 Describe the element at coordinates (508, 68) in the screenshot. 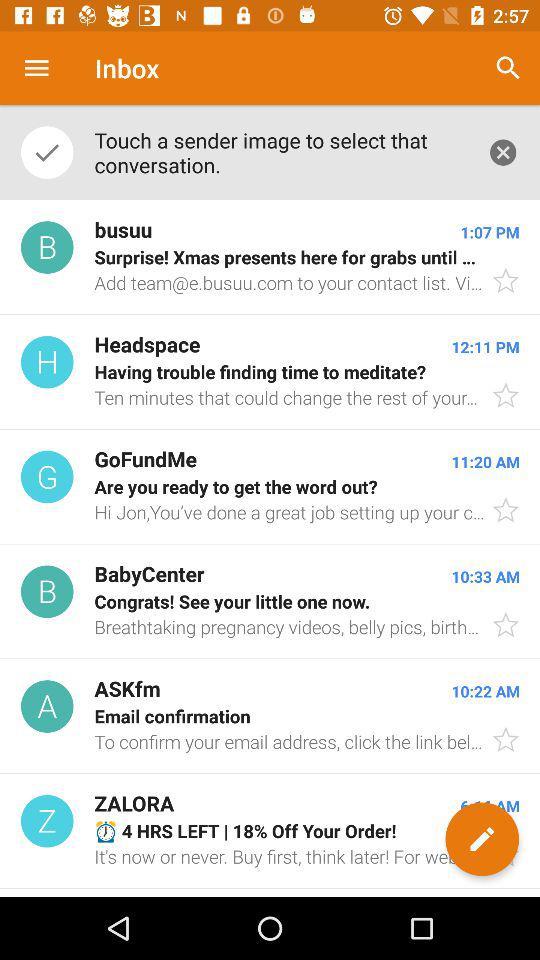

I see `icon next to touch a sender icon` at that location.